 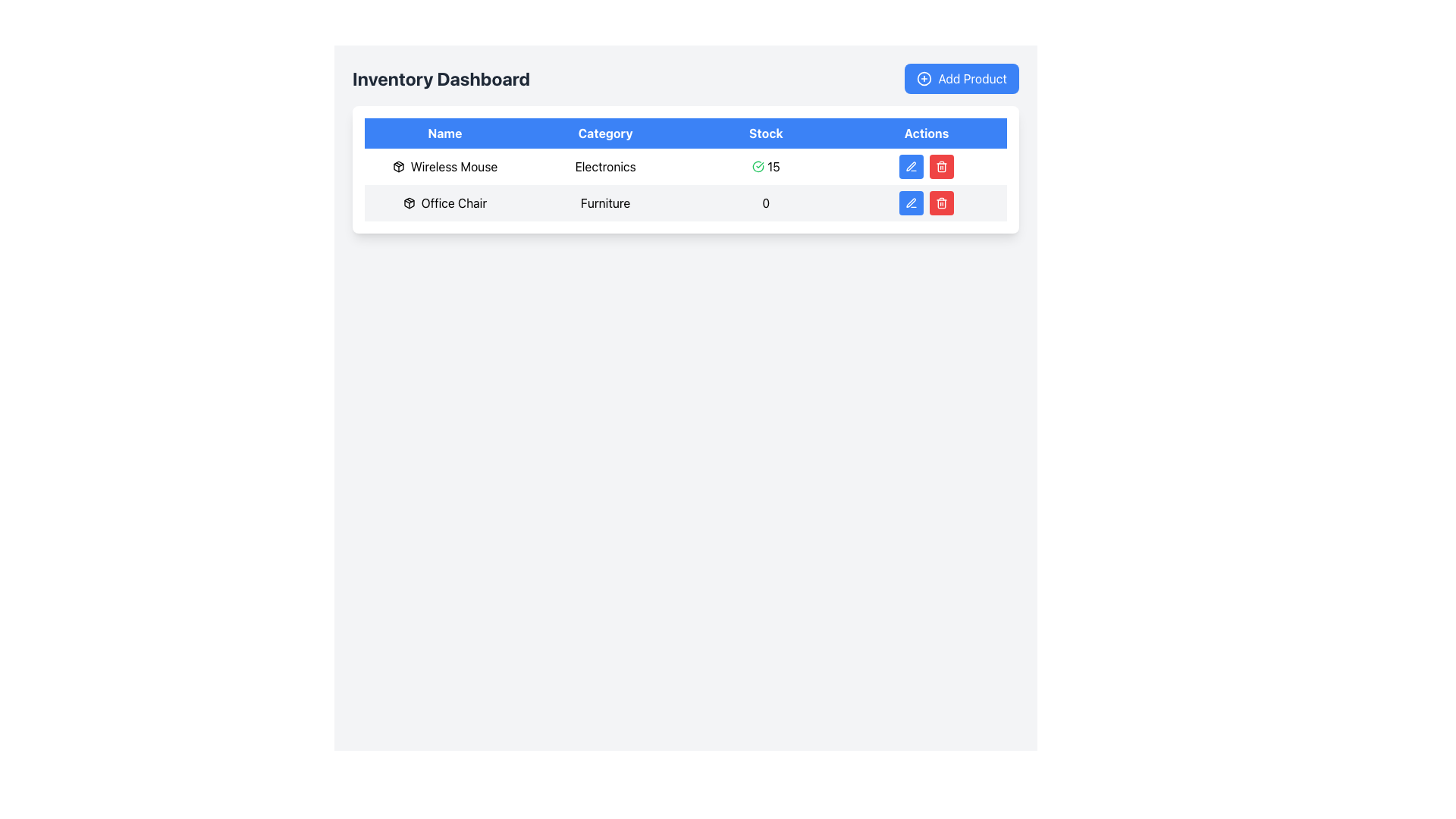 I want to click on the delete button with a trash can icon in the second row of the actions column, so click(x=941, y=202).